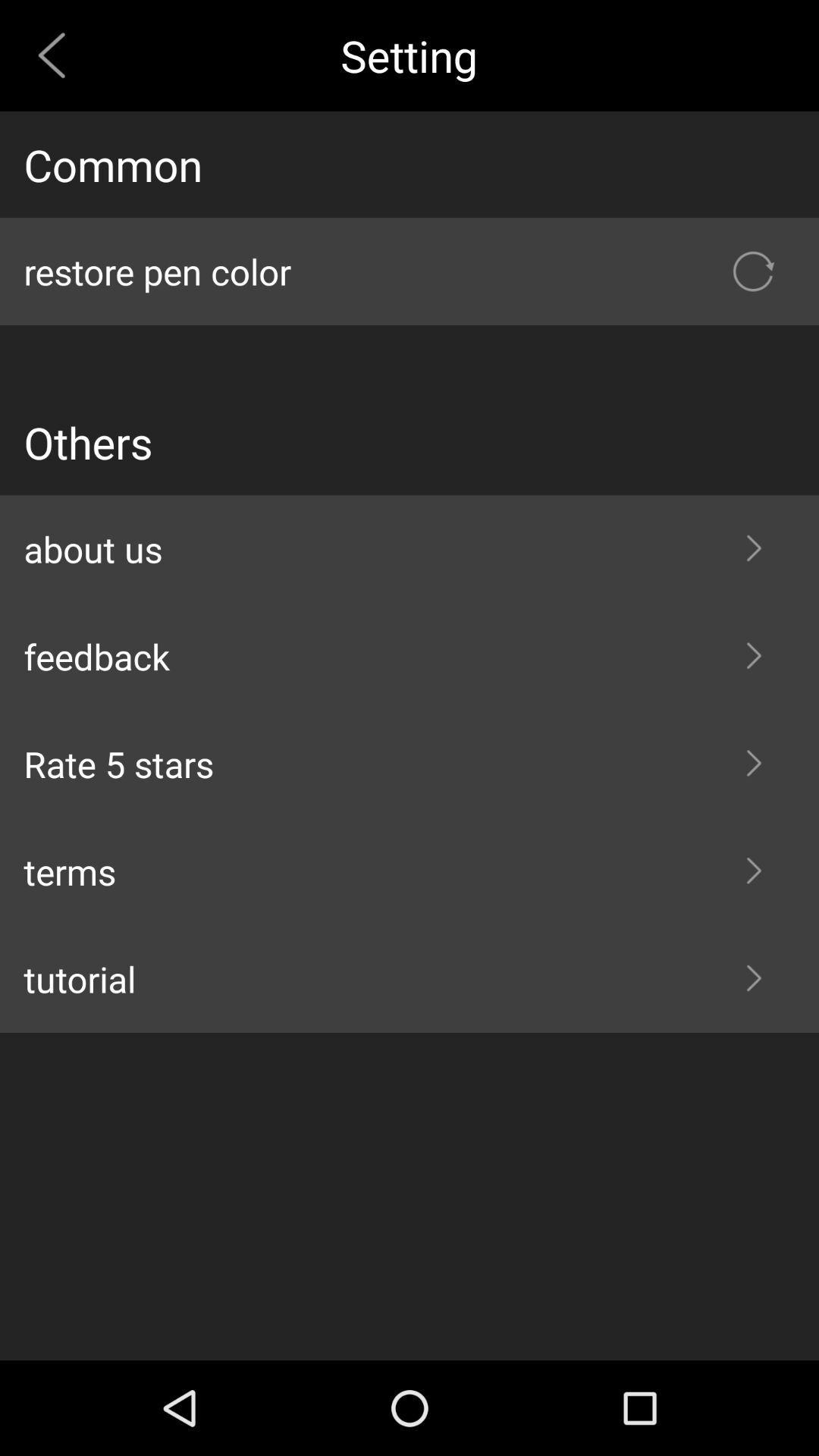 The height and width of the screenshot is (1456, 819). What do you see at coordinates (57, 55) in the screenshot?
I see `icon to the left of setting` at bounding box center [57, 55].